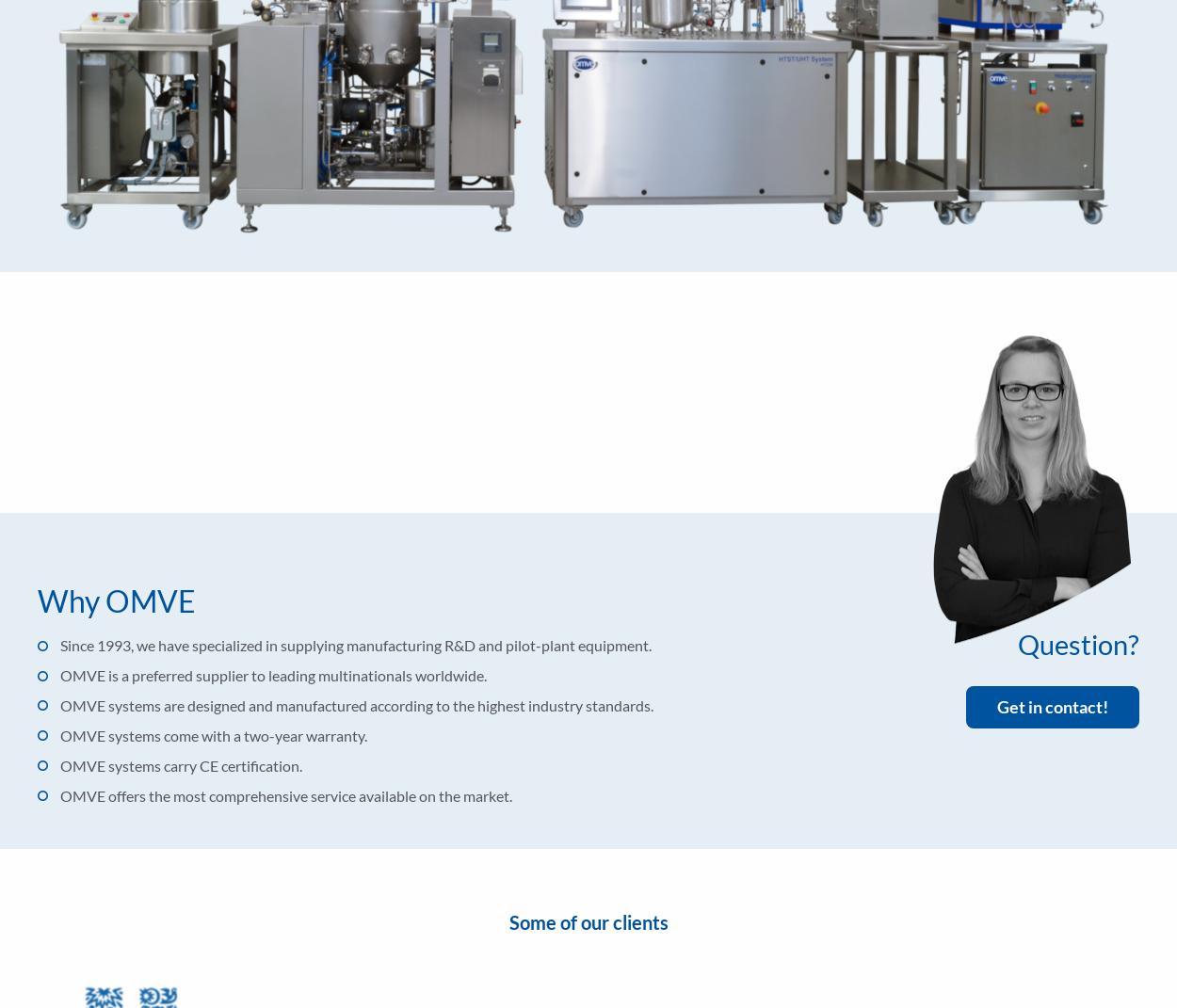  What do you see at coordinates (508, 920) in the screenshot?
I see `'Some of our clients'` at bounding box center [508, 920].